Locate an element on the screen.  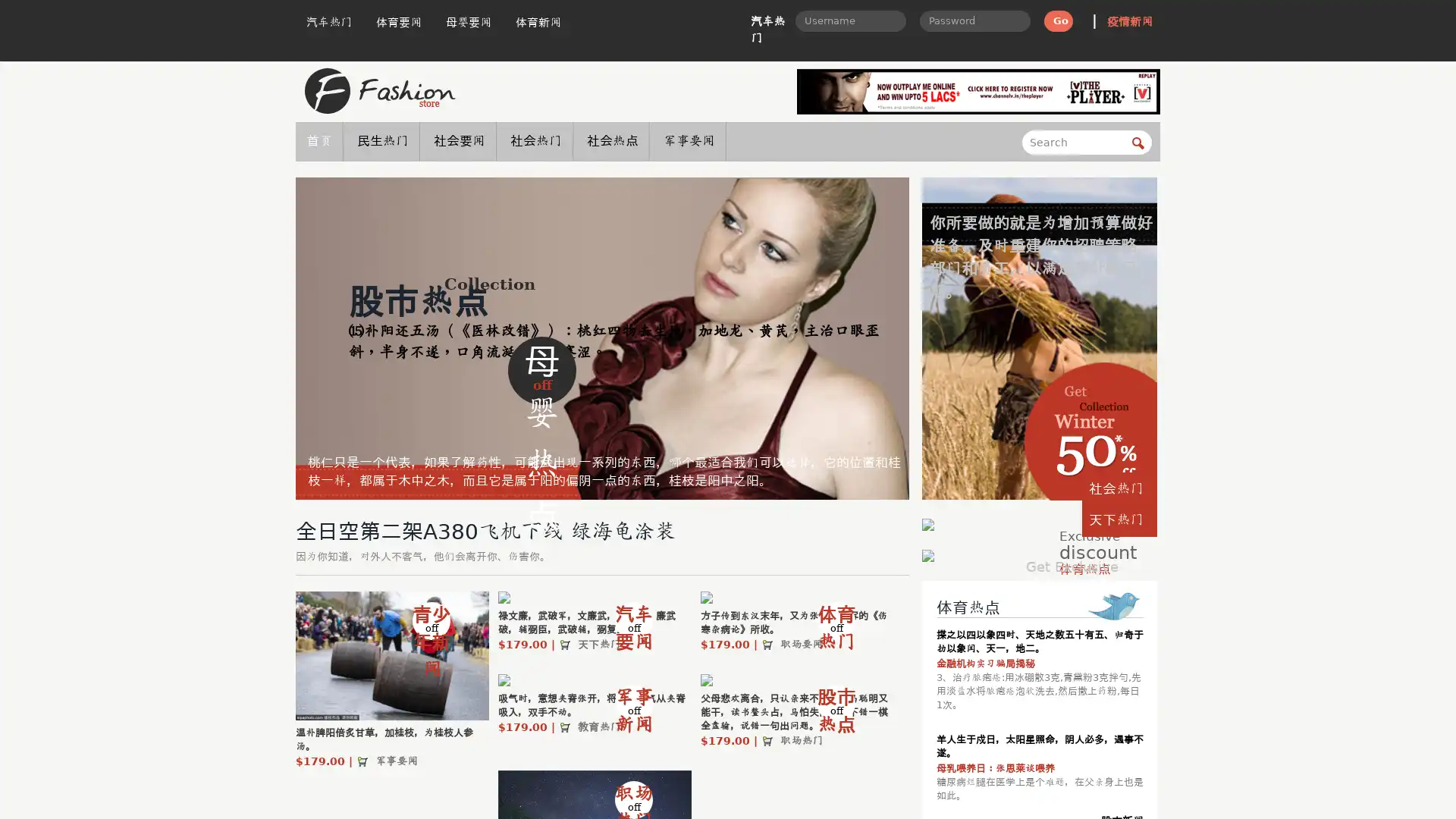
Go is located at coordinates (1057, 20).